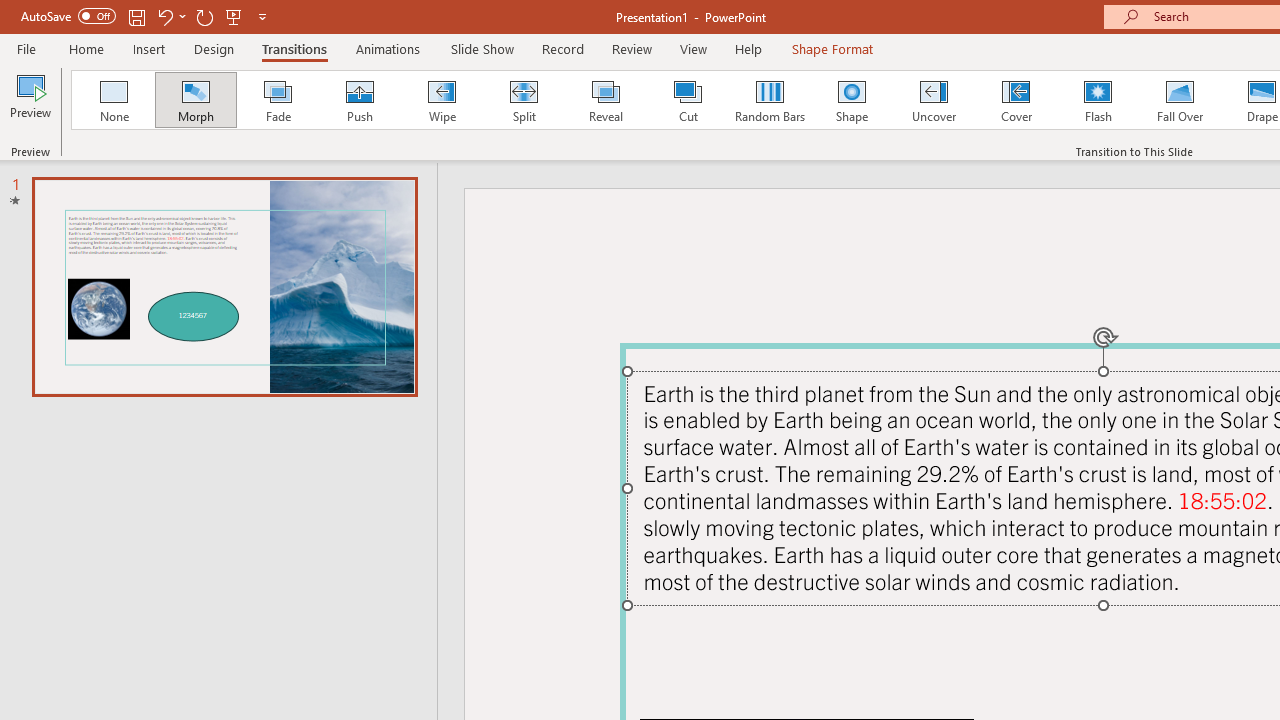  What do you see at coordinates (1180, 100) in the screenshot?
I see `'Fall Over'` at bounding box center [1180, 100].